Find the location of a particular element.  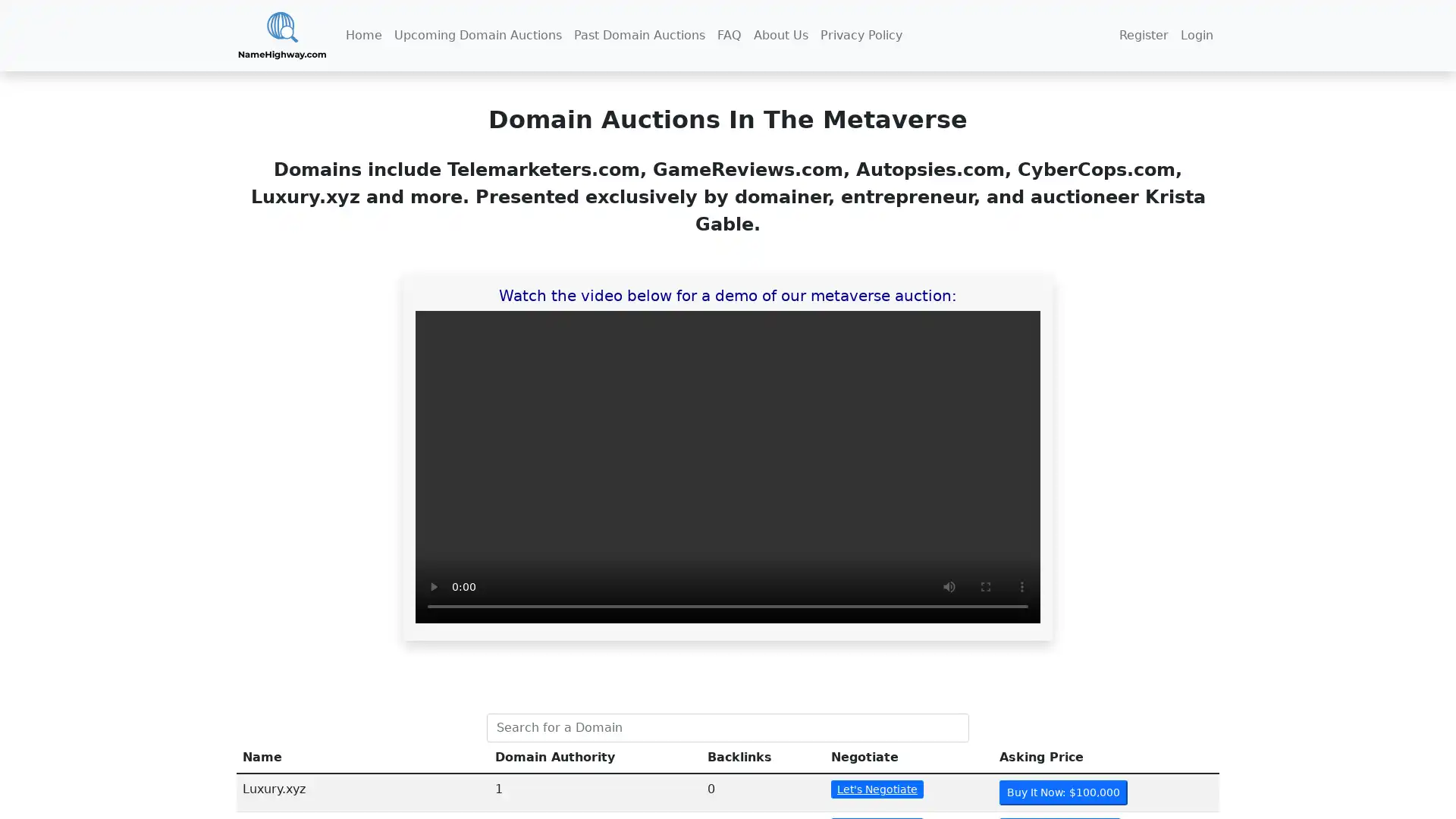

mute is located at coordinates (949, 586).